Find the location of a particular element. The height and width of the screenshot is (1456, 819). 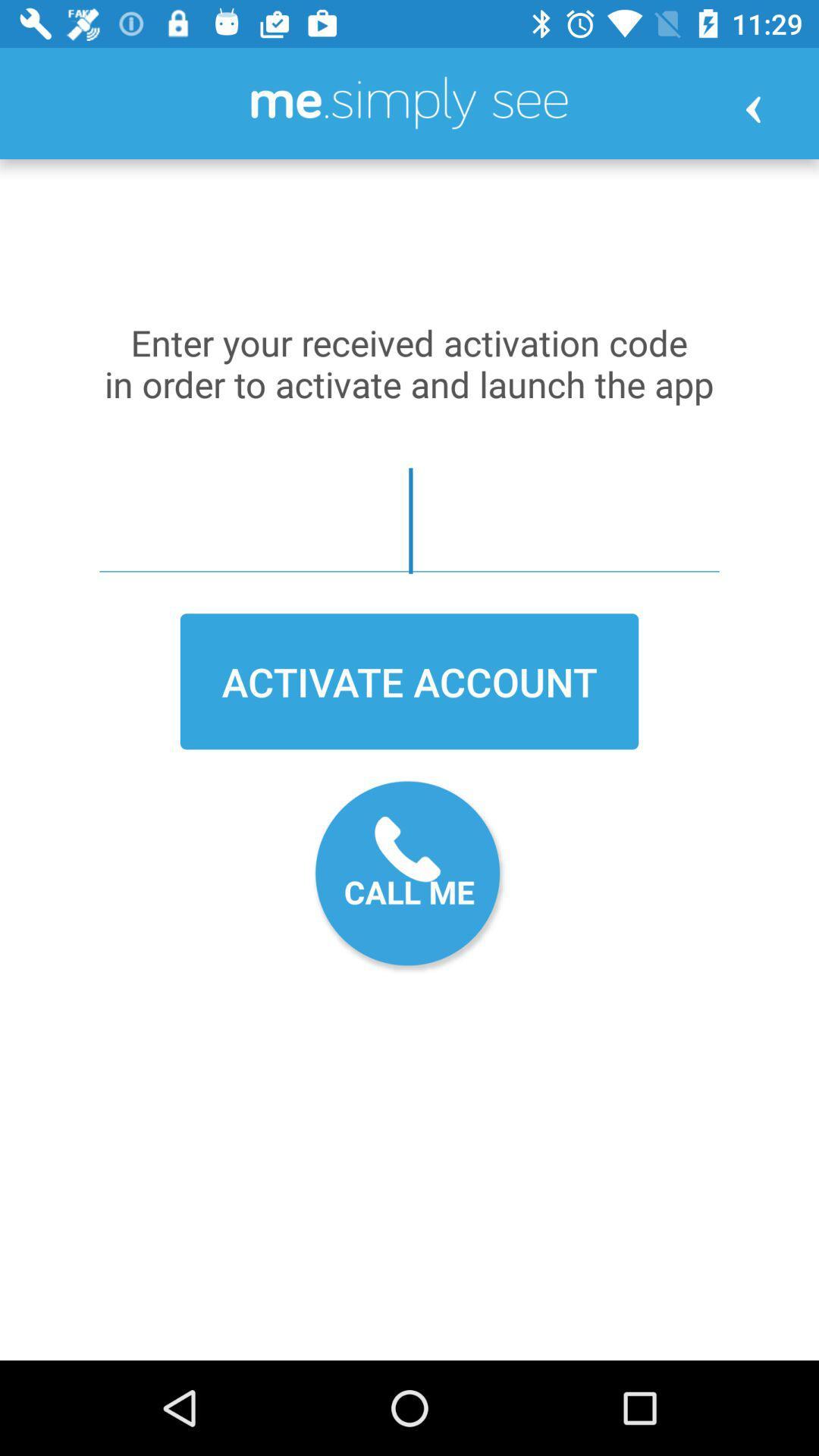

activate account icon is located at coordinates (409, 680).